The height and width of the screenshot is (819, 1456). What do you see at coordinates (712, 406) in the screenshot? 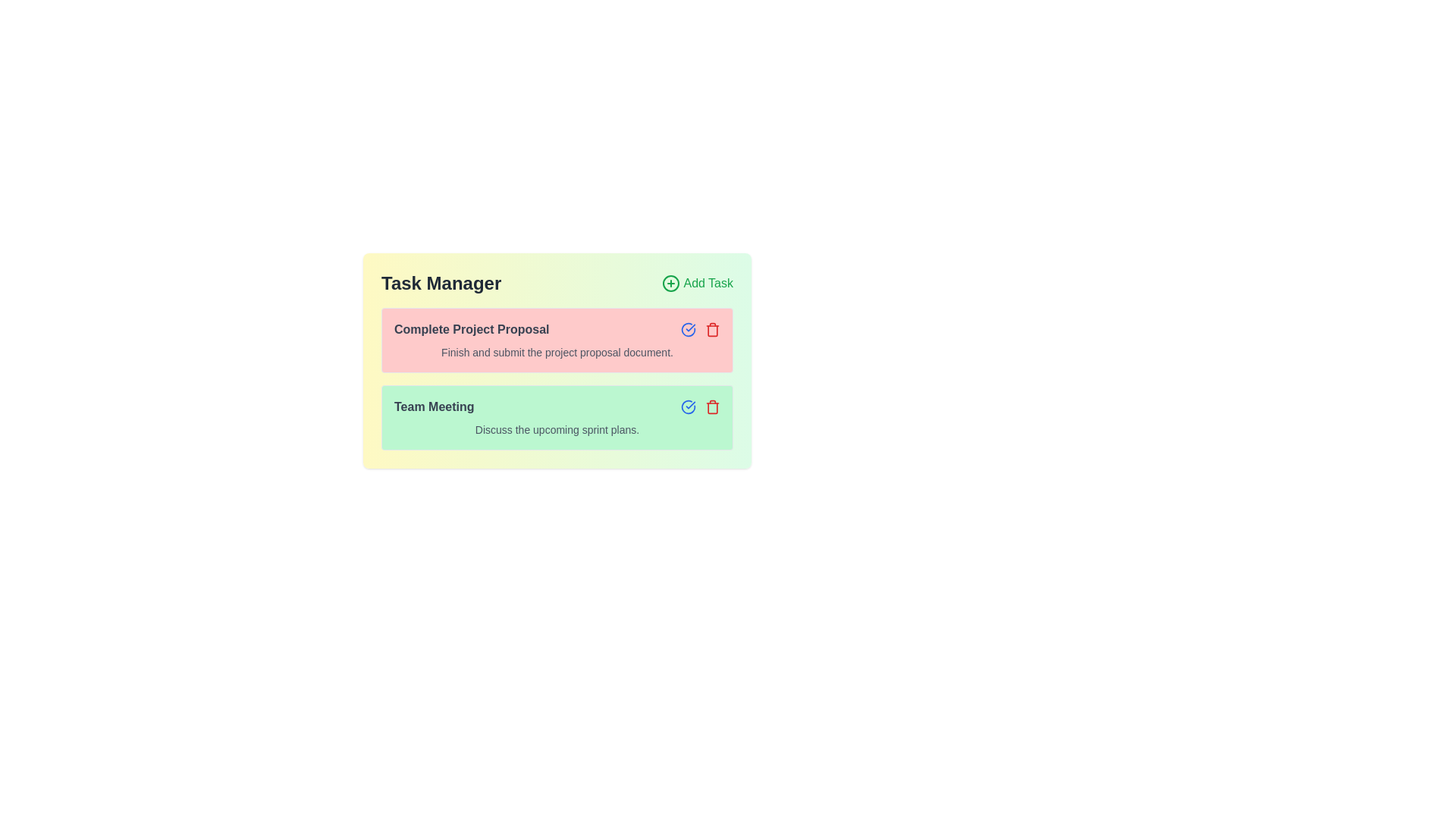
I see `the red trash icon button located in the action icons group for the 'Complete Project Proposal' task` at bounding box center [712, 406].